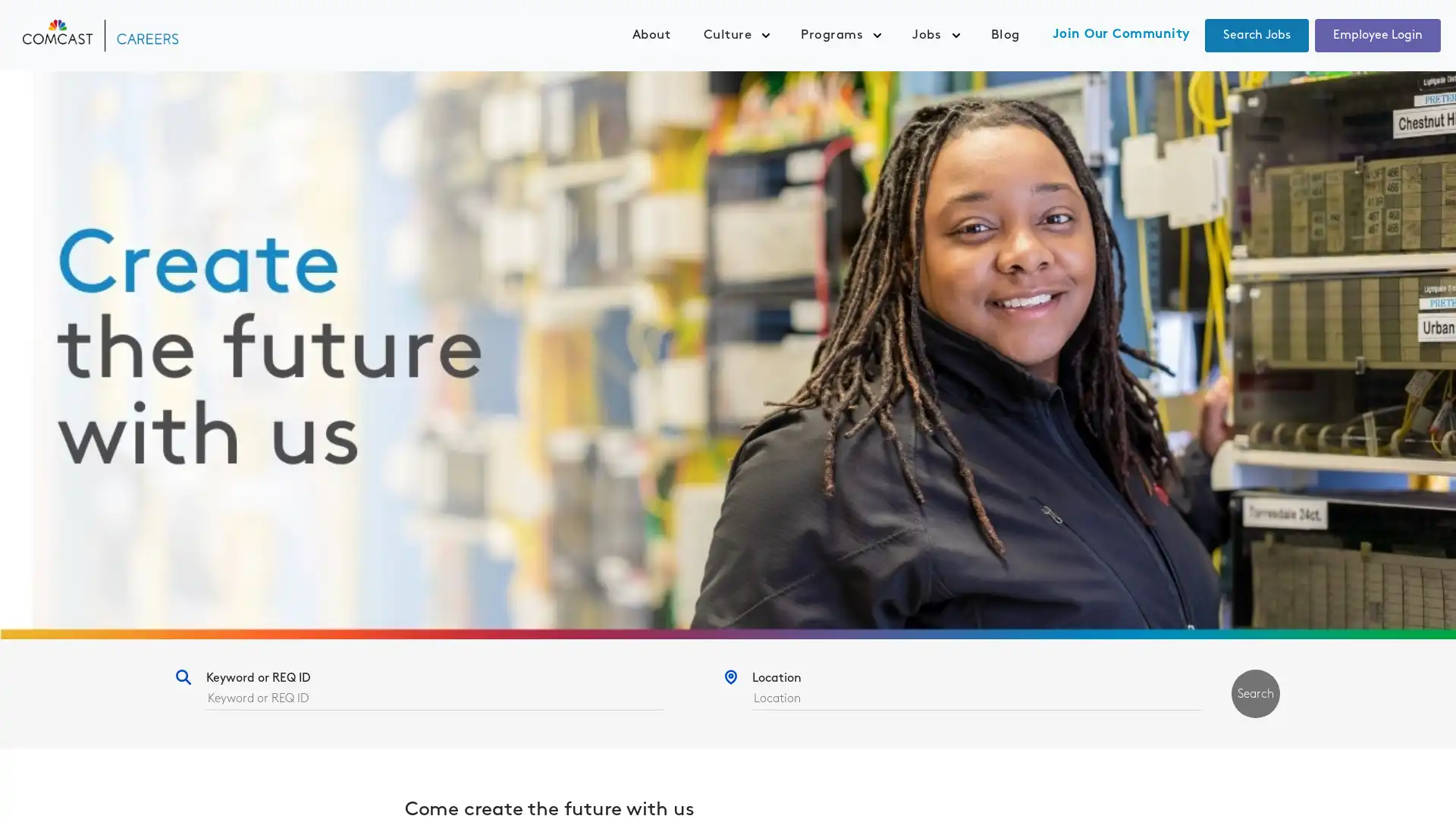 The width and height of the screenshot is (1456, 819). What do you see at coordinates (1256, 693) in the screenshot?
I see `Search` at bounding box center [1256, 693].